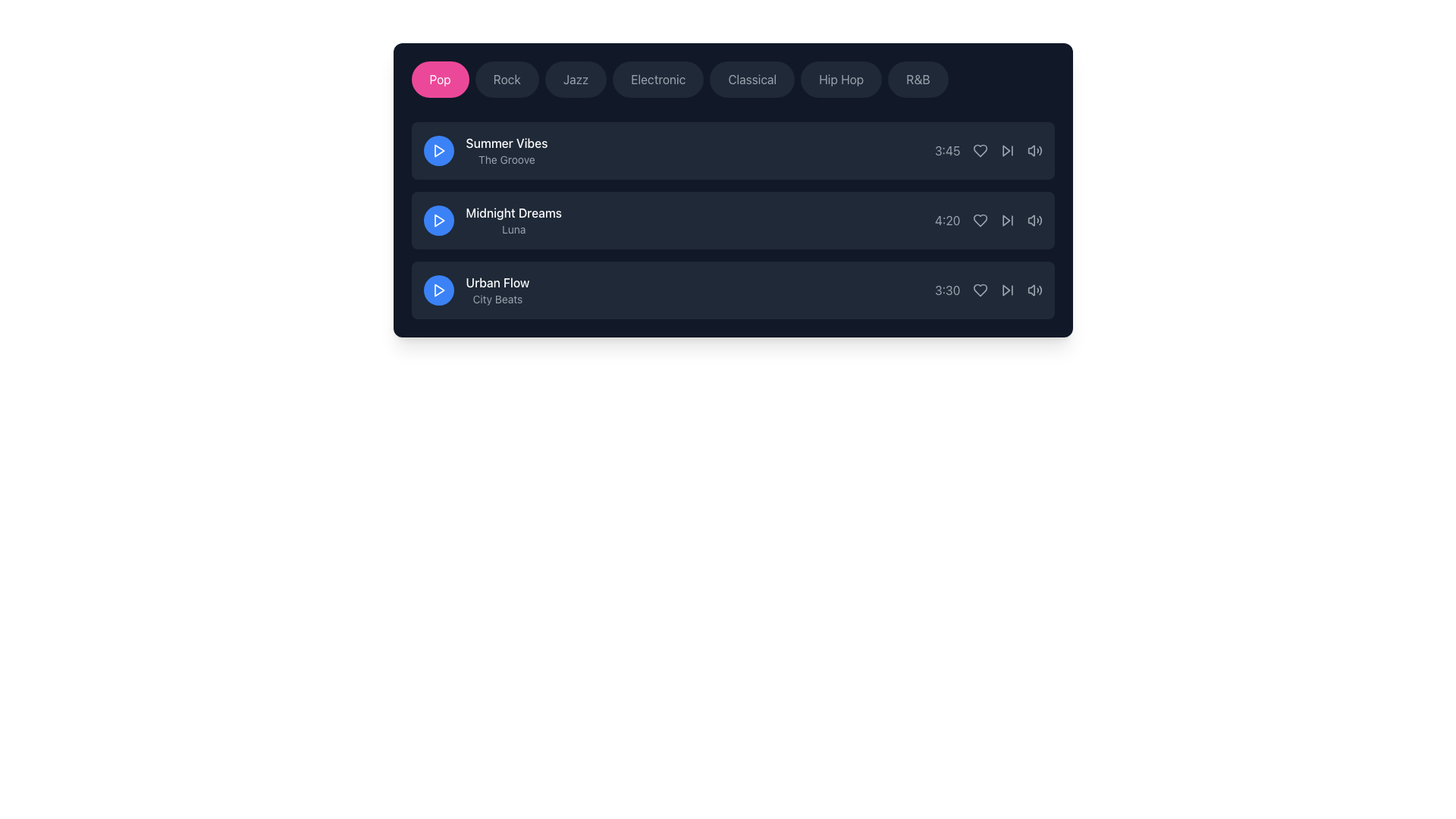  I want to click on the text block containing 'Urban Flow' and 'City Beats', so click(475, 290).